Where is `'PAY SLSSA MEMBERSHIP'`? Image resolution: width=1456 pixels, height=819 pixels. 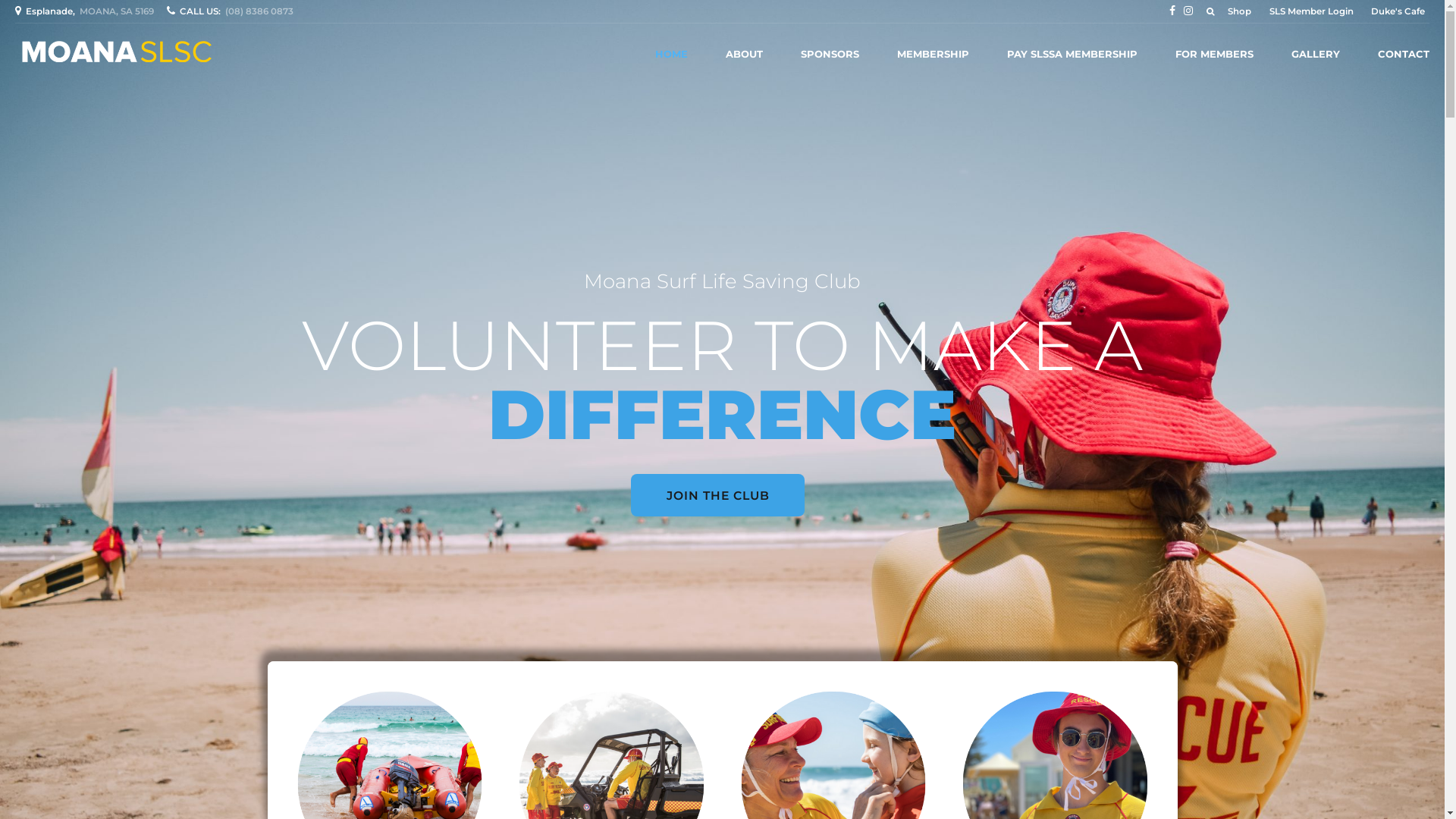
'PAY SLSSA MEMBERSHIP' is located at coordinates (1072, 52).